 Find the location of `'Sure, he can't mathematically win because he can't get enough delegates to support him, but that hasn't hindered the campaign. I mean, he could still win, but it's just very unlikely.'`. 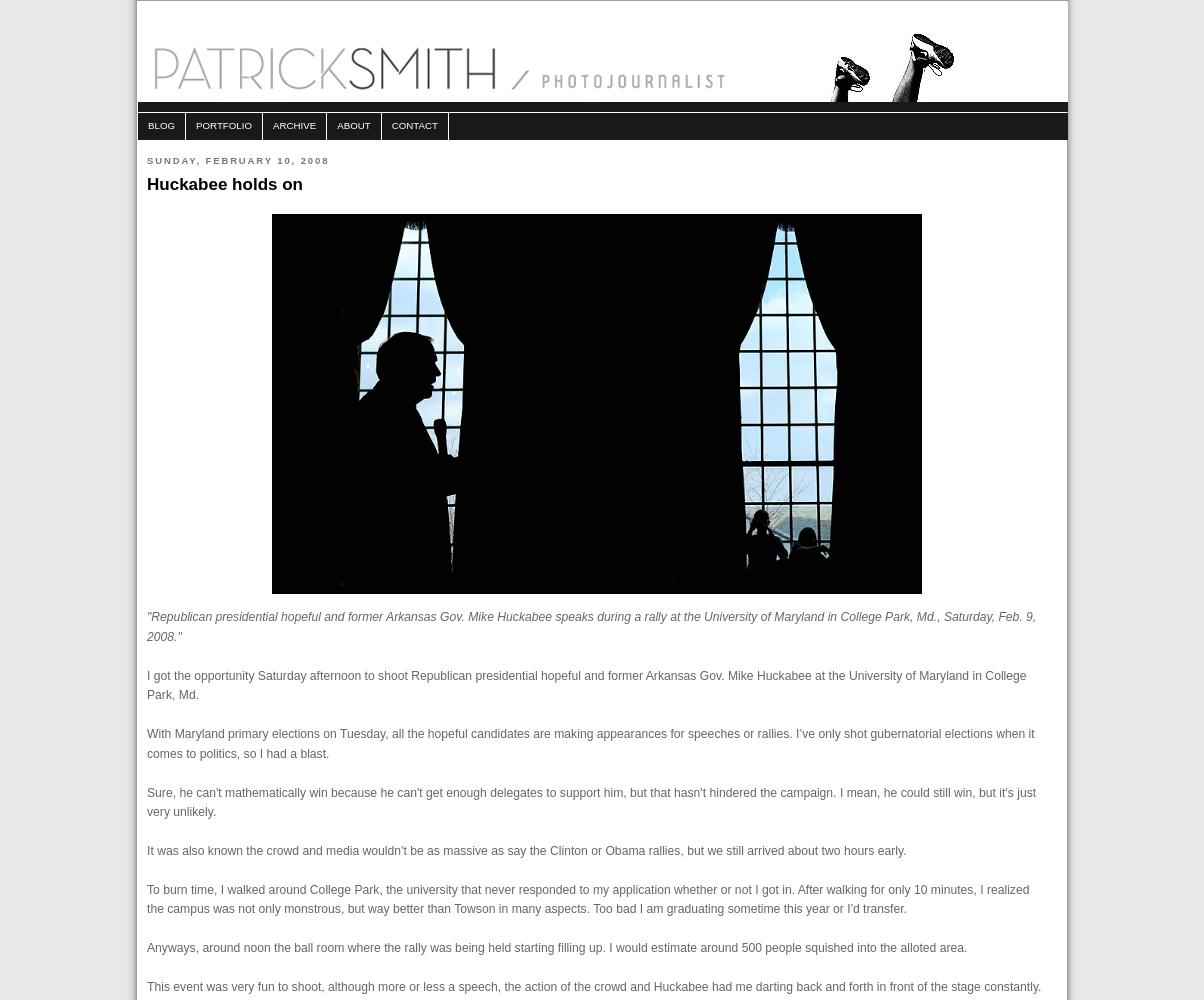

'Sure, he can't mathematically win because he can't get enough delegates to support him, but that hasn't hindered the campaign. I mean, he could still win, but it's just very unlikely.' is located at coordinates (147, 801).